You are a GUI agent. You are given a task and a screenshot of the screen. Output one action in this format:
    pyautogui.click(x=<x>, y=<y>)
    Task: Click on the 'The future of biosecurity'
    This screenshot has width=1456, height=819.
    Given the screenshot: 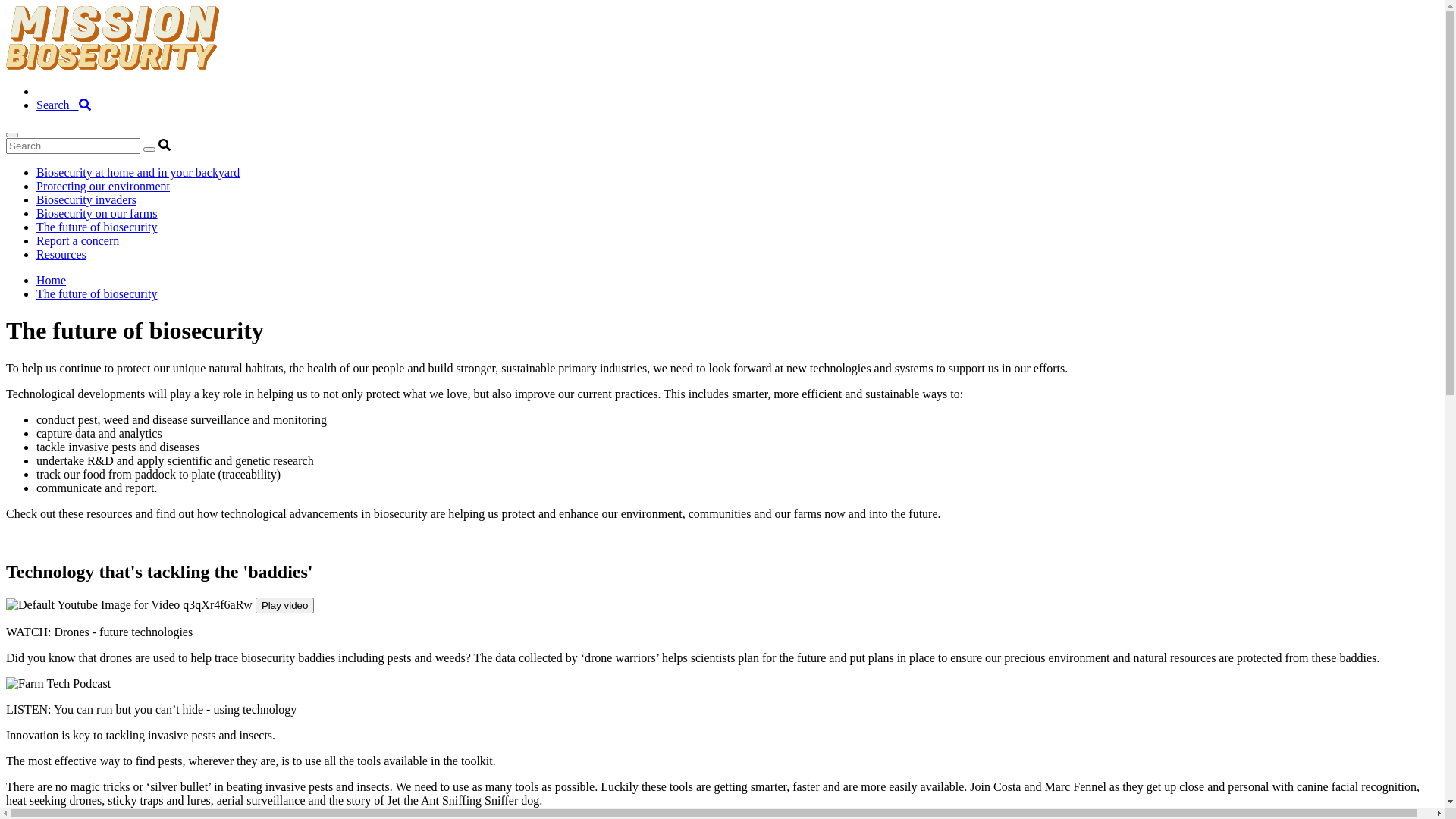 What is the action you would take?
    pyautogui.click(x=96, y=227)
    